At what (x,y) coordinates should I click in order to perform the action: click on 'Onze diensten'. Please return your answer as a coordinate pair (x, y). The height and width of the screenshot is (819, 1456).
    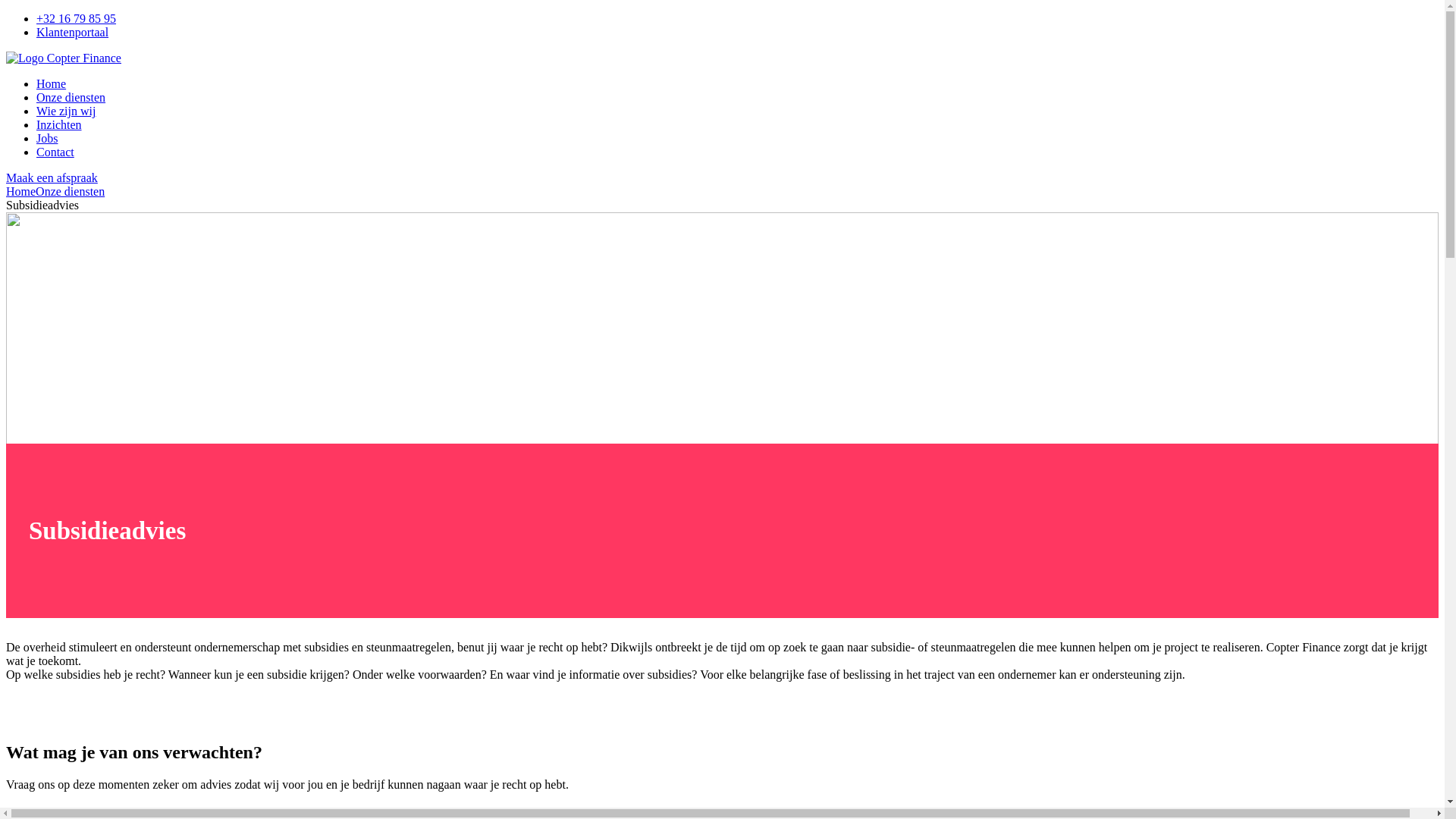
    Looking at the image, I should click on (69, 190).